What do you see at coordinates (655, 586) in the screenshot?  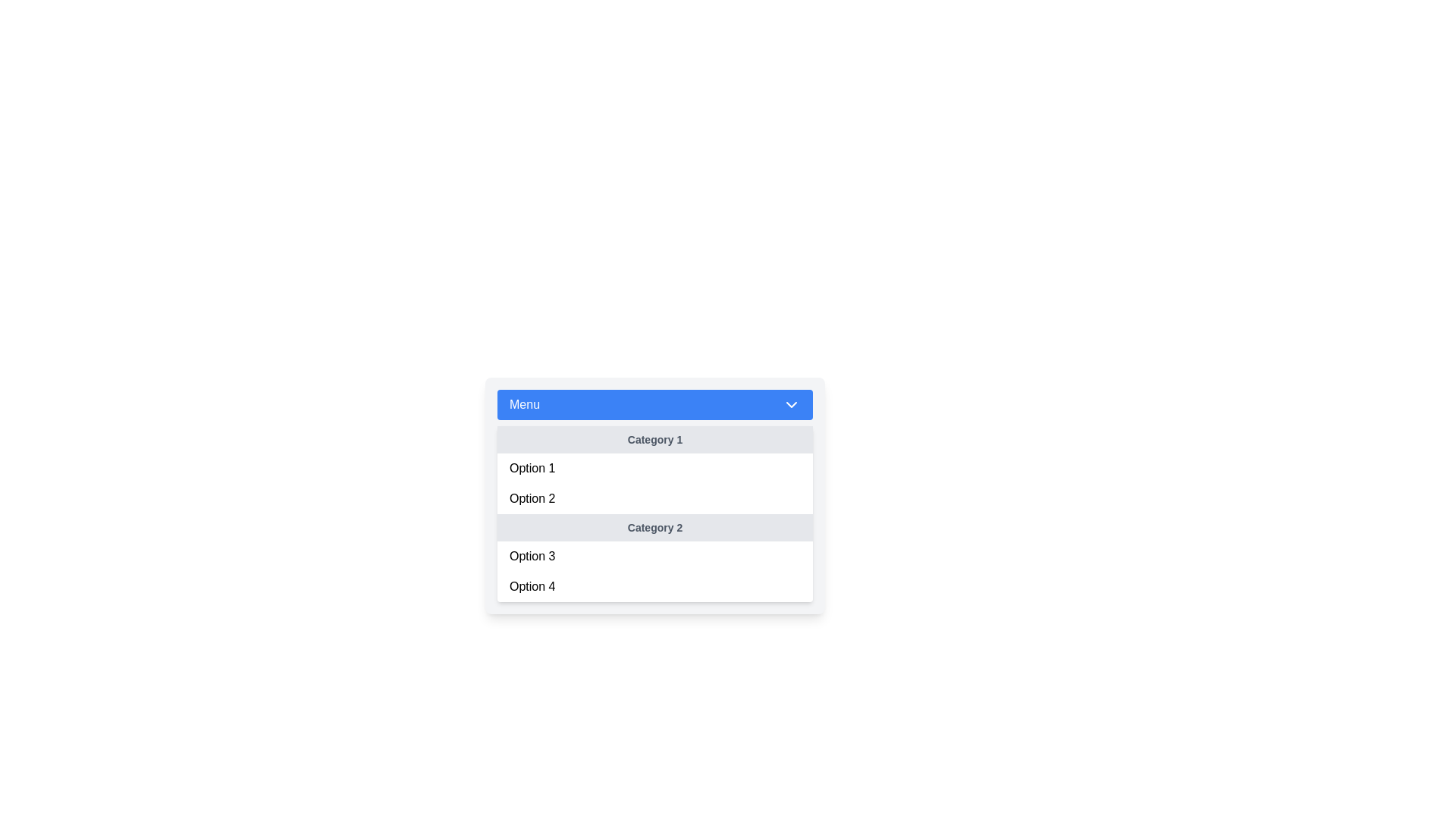 I see `the menu item labeled 'Option 4' under the 'Category 2' section` at bounding box center [655, 586].